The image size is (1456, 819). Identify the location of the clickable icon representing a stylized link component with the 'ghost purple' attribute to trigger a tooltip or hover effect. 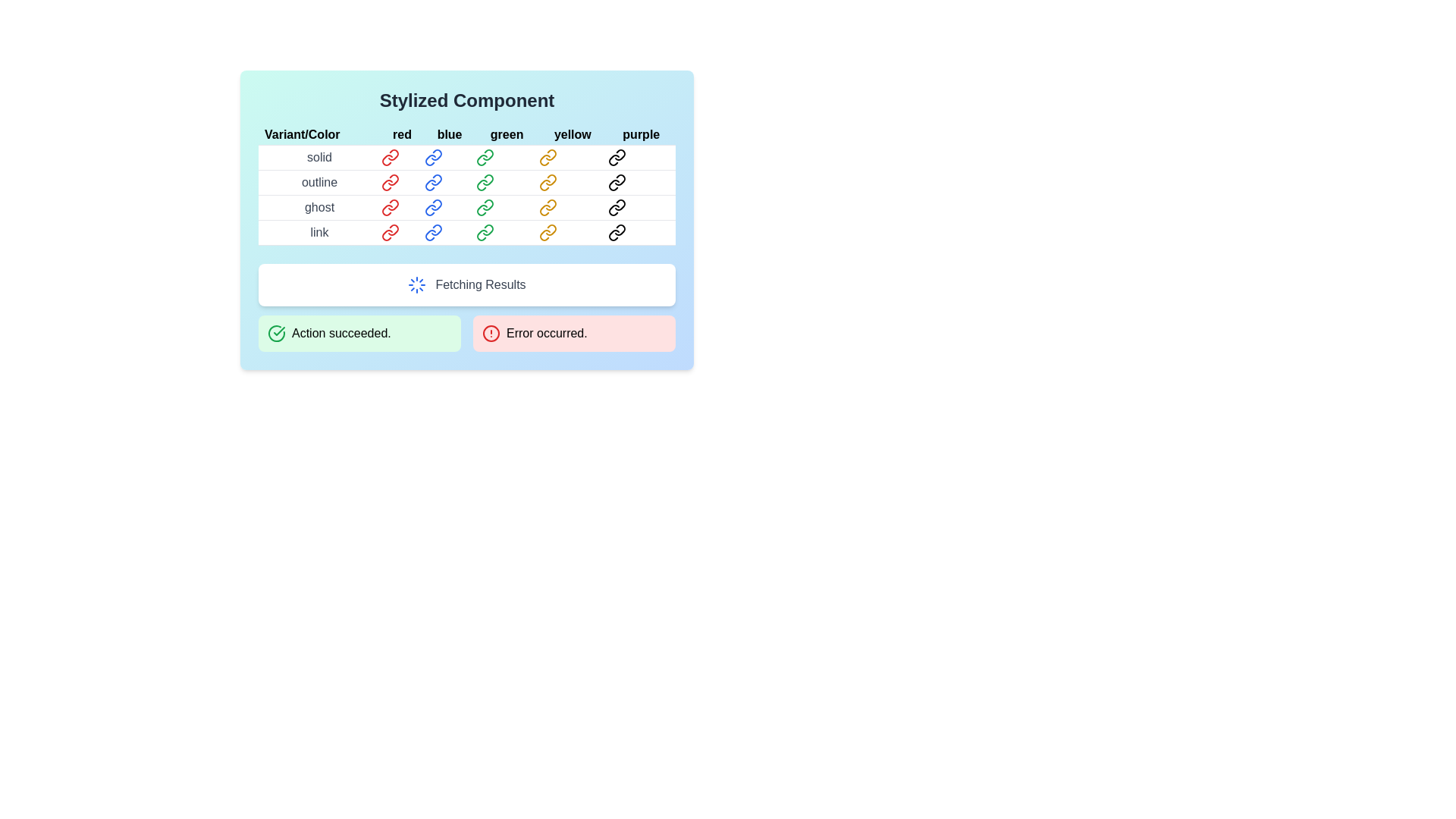
(617, 207).